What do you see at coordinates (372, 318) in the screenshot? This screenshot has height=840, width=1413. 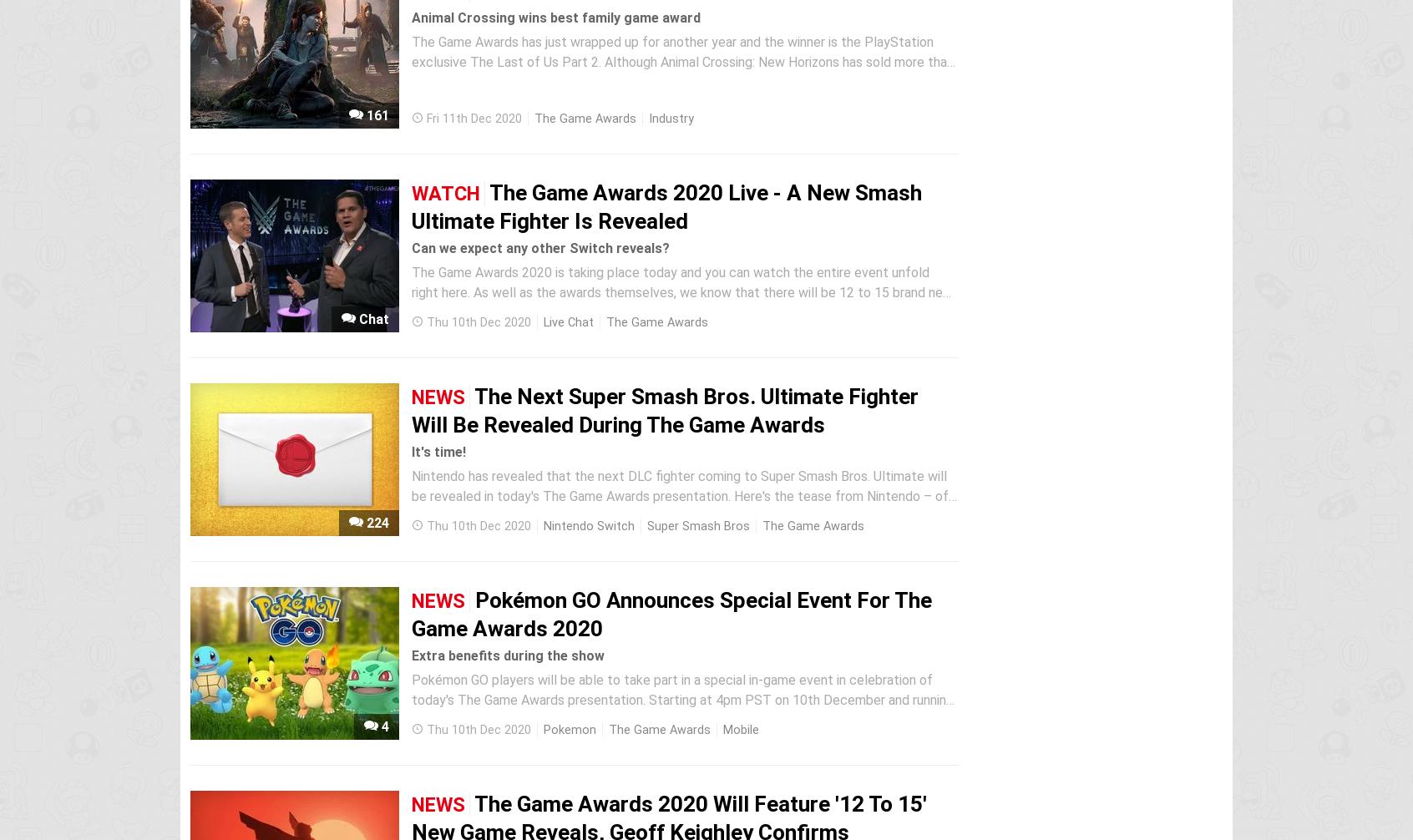 I see `'Chat'` at bounding box center [372, 318].